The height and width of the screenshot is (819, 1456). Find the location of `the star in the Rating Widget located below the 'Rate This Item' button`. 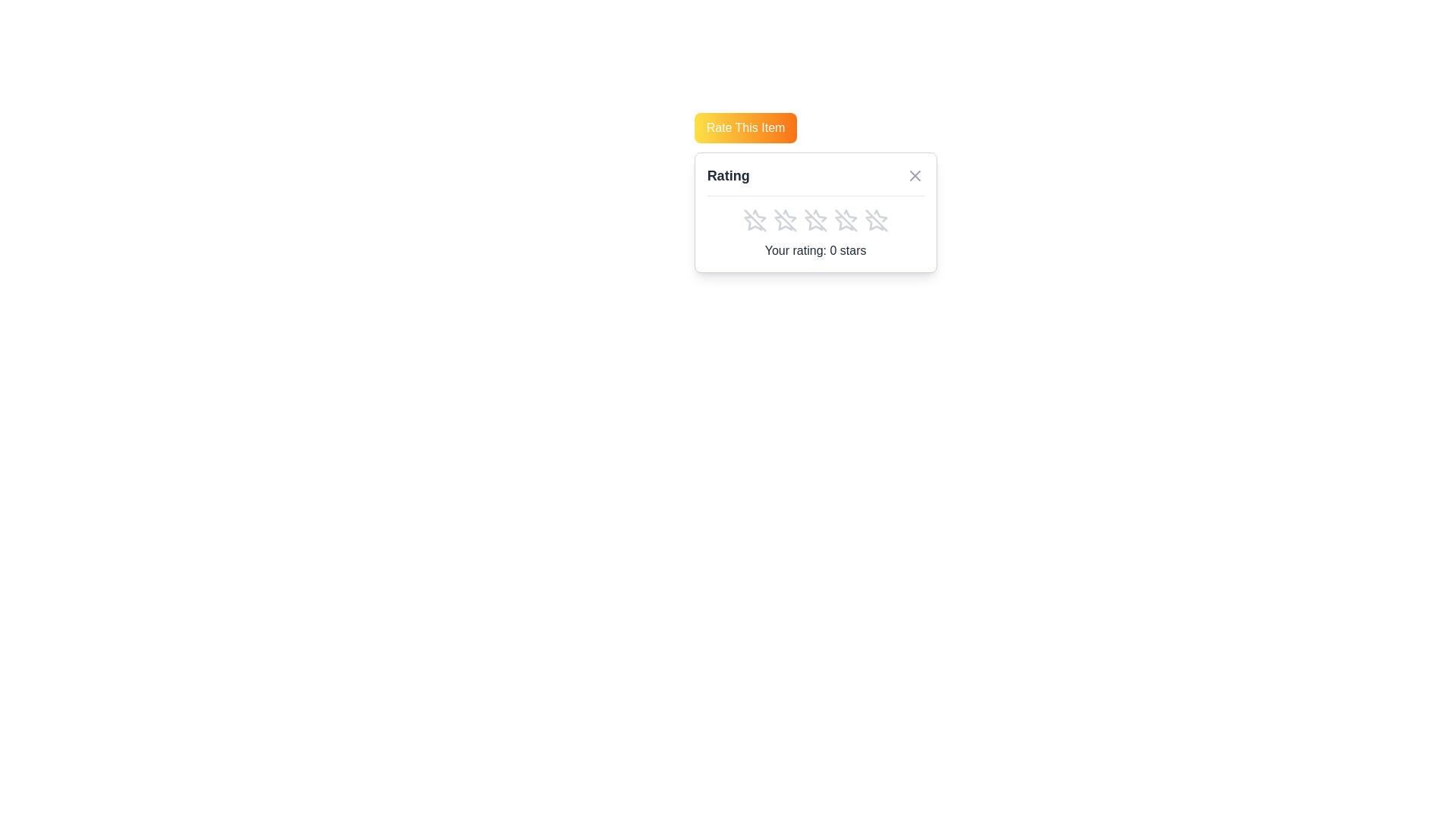

the star in the Rating Widget located below the 'Rate This Item' button is located at coordinates (814, 212).